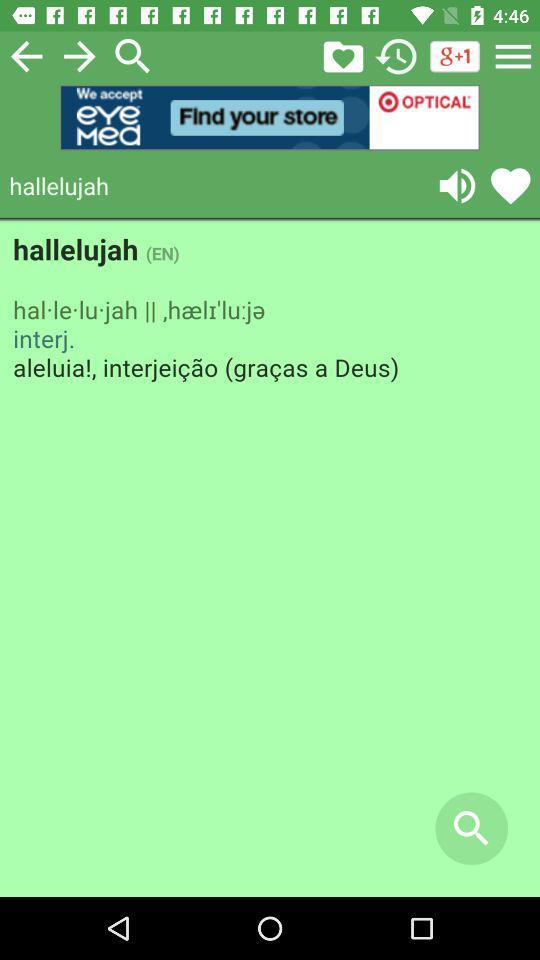 The height and width of the screenshot is (960, 540). I want to click on find your store, so click(270, 117).